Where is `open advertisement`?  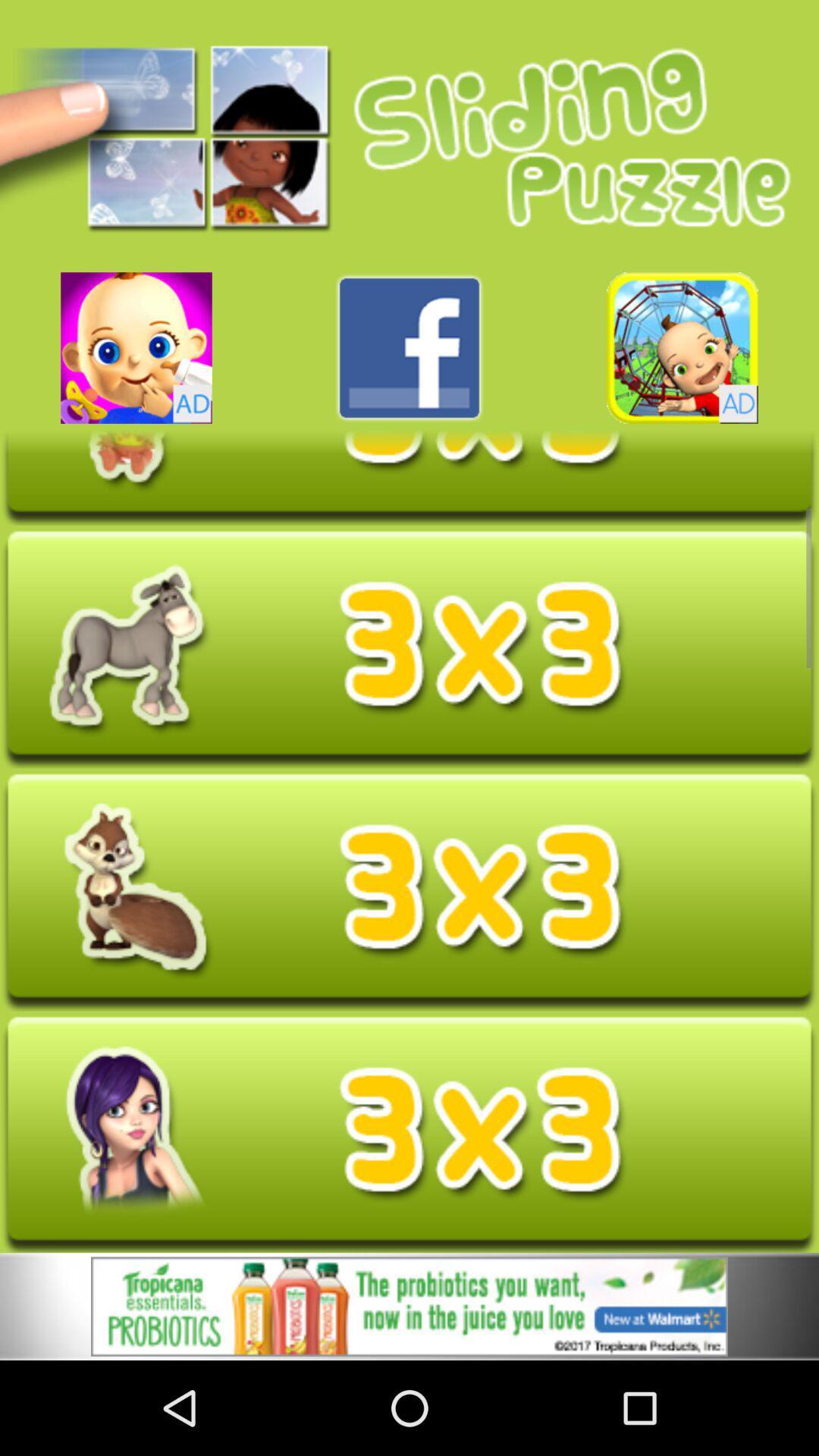 open advertisement is located at coordinates (409, 1306).